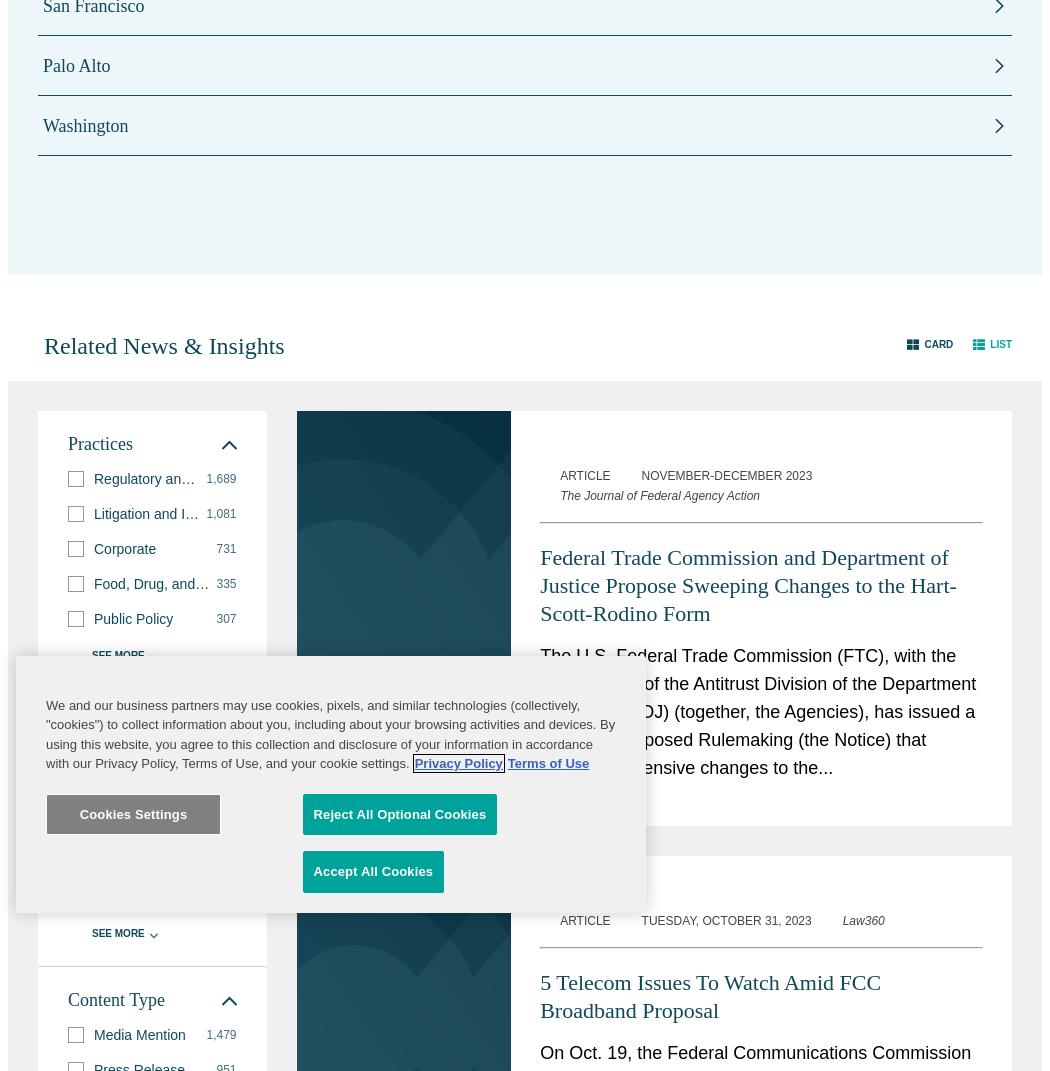  Describe the element at coordinates (225, 862) in the screenshot. I see `'137'` at that location.